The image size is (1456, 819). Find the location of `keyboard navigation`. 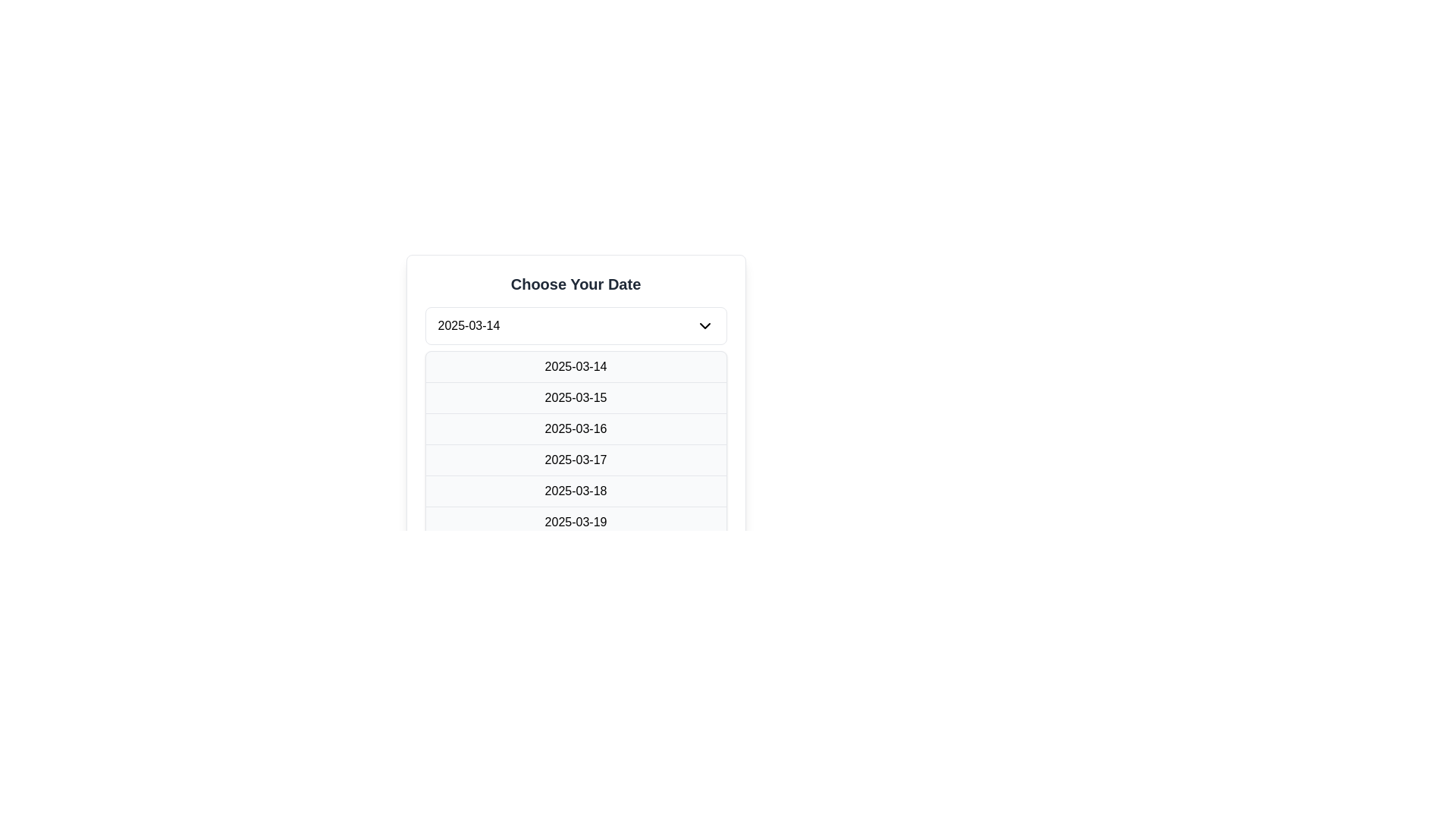

keyboard navigation is located at coordinates (575, 521).